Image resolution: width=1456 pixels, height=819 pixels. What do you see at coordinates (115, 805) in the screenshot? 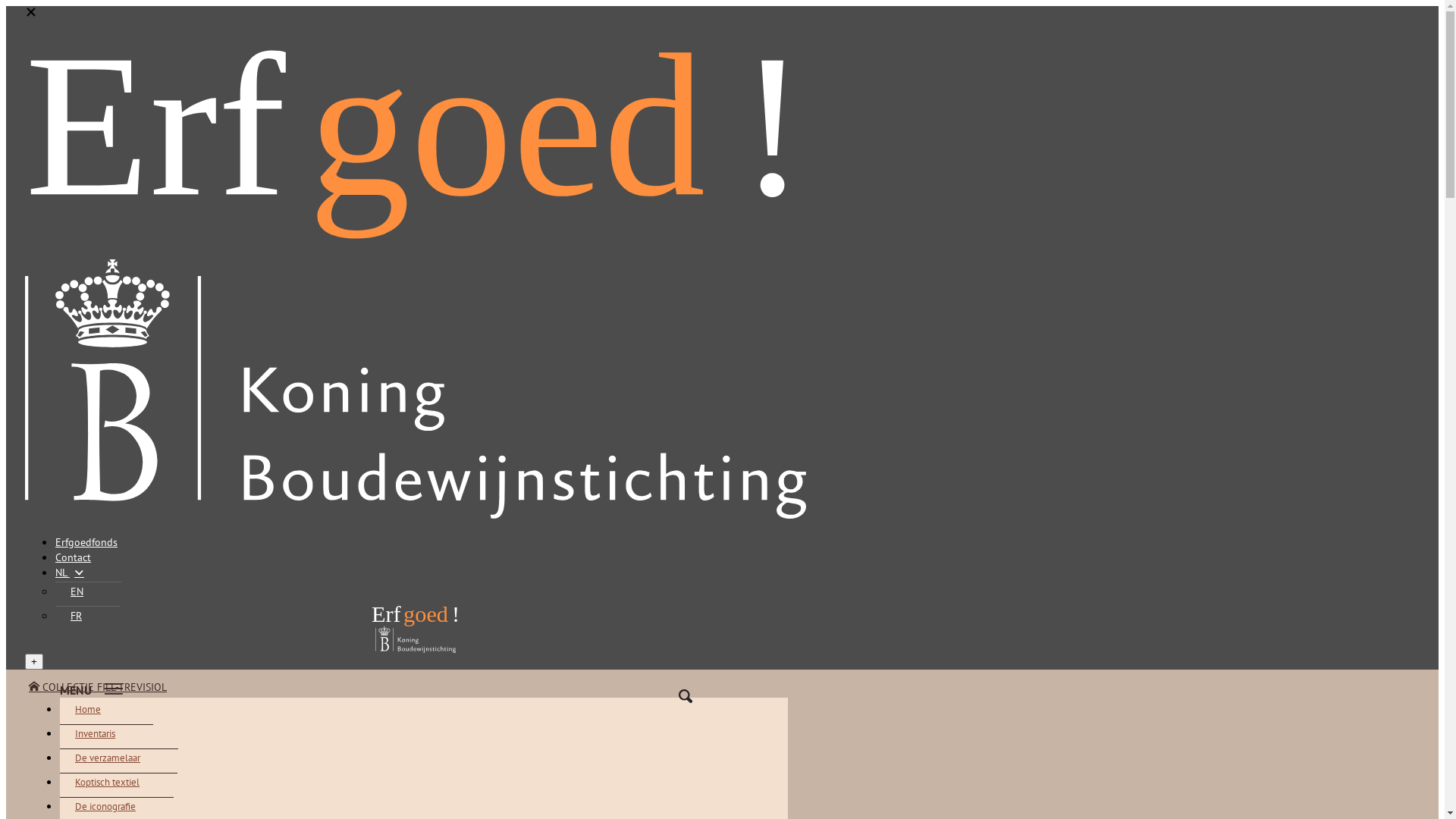
I see `'De iconografie'` at bounding box center [115, 805].